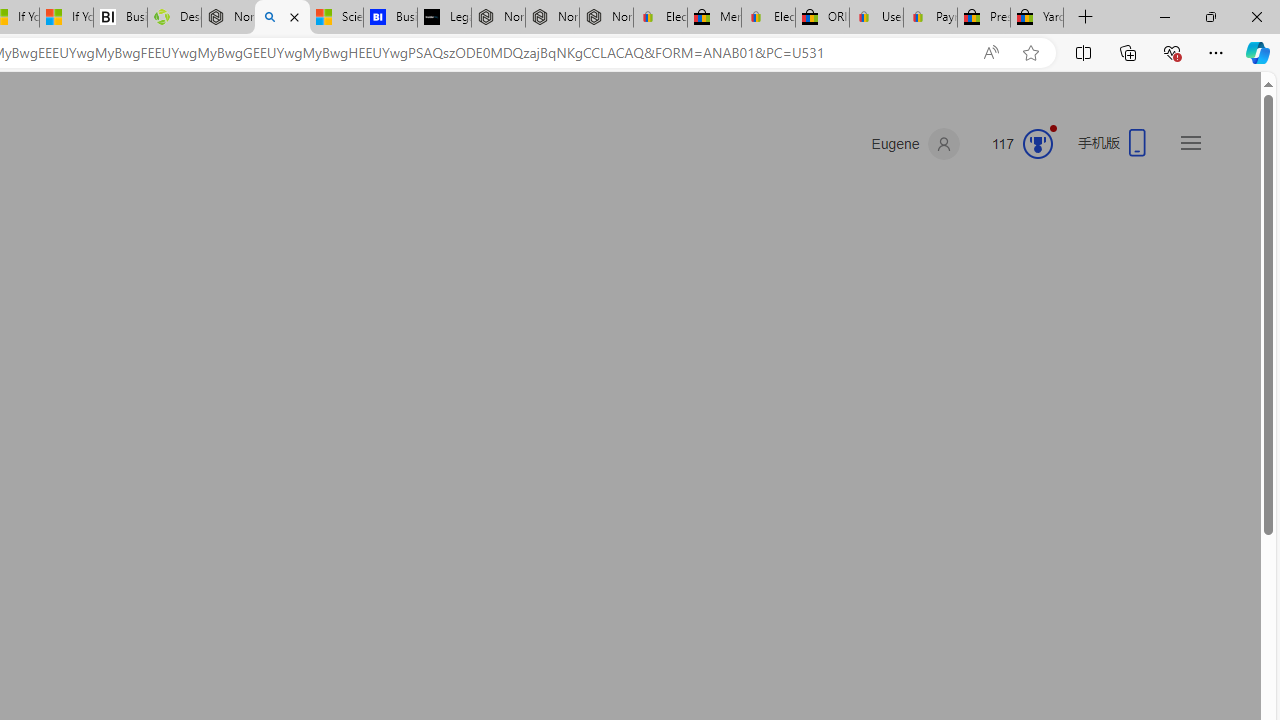 This screenshot has height=720, width=1280. Describe the element at coordinates (876, 17) in the screenshot. I see `'User Privacy Notice | eBay'` at that location.